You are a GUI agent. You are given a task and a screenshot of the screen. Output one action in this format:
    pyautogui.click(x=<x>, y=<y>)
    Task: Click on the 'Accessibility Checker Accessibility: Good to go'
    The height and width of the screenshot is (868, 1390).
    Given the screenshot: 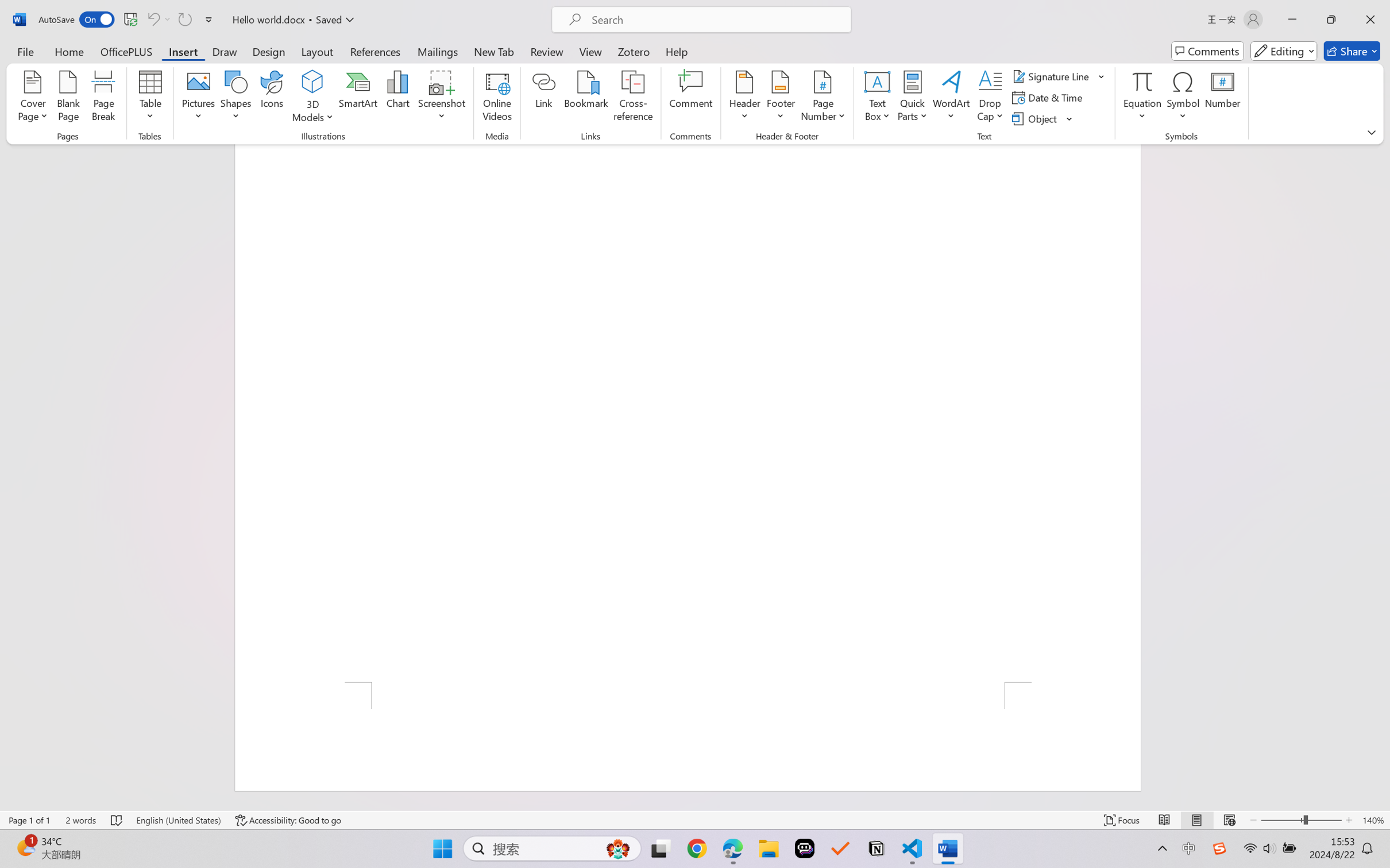 What is the action you would take?
    pyautogui.click(x=288, y=820)
    